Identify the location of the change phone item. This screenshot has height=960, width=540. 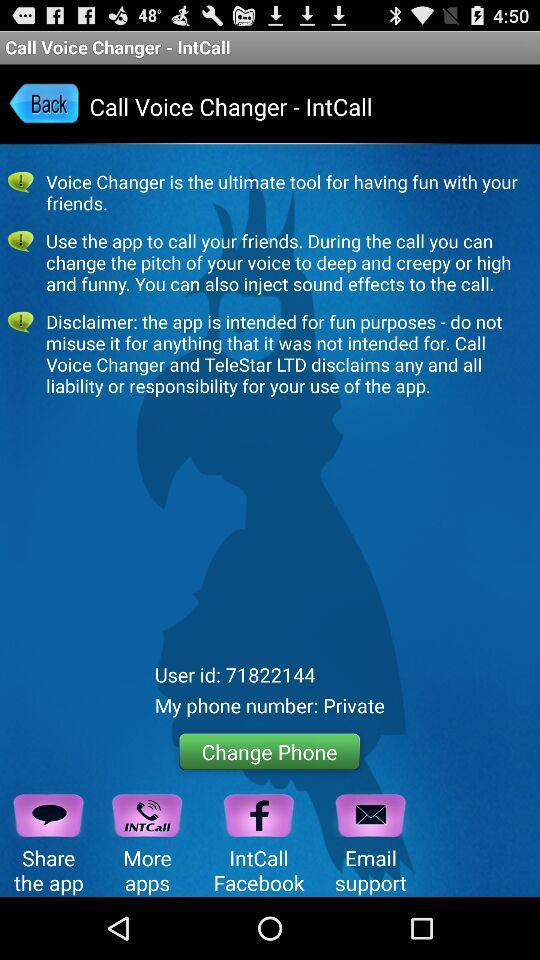
(269, 750).